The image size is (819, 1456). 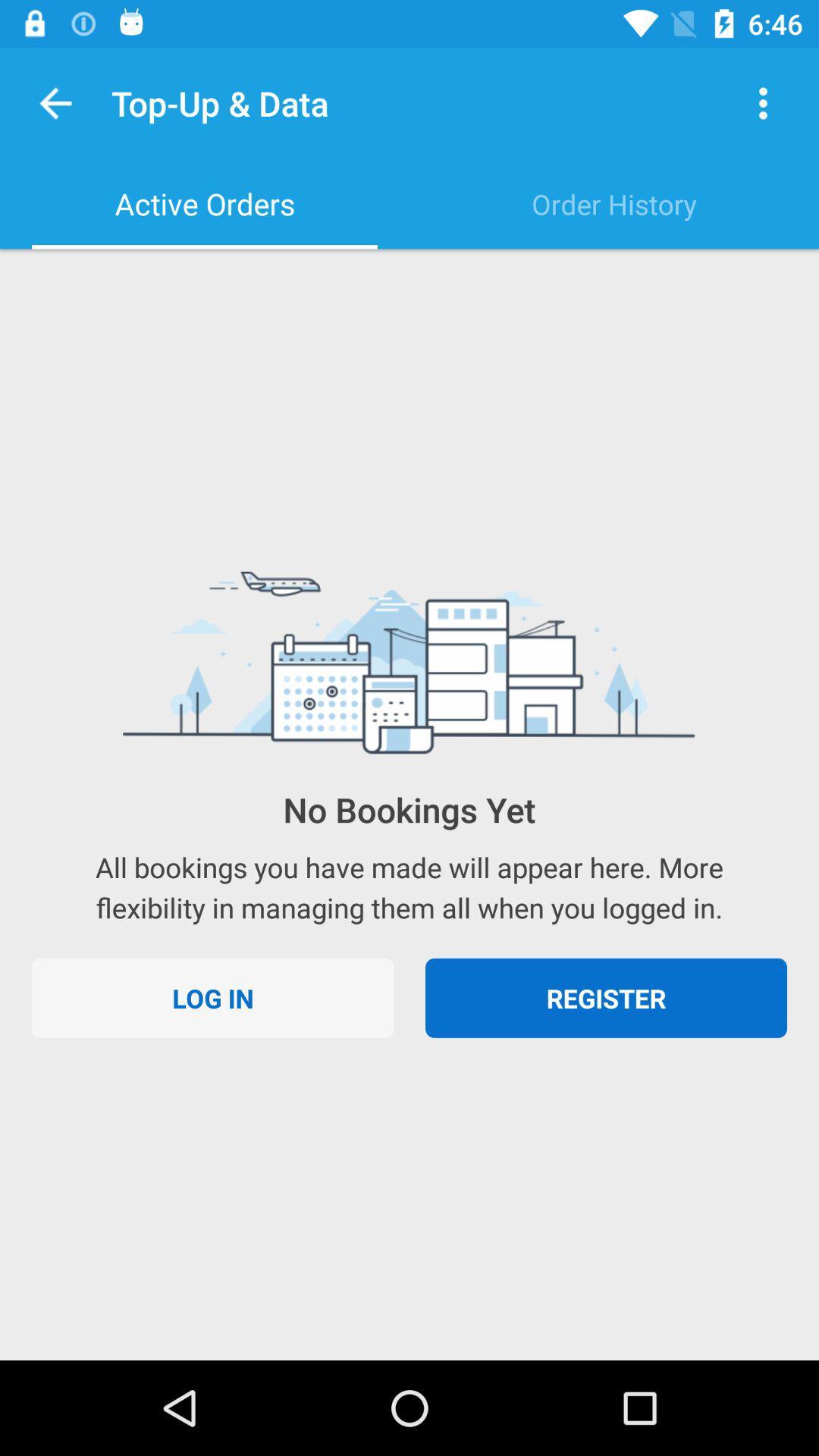 What do you see at coordinates (205, 203) in the screenshot?
I see `the active orders` at bounding box center [205, 203].